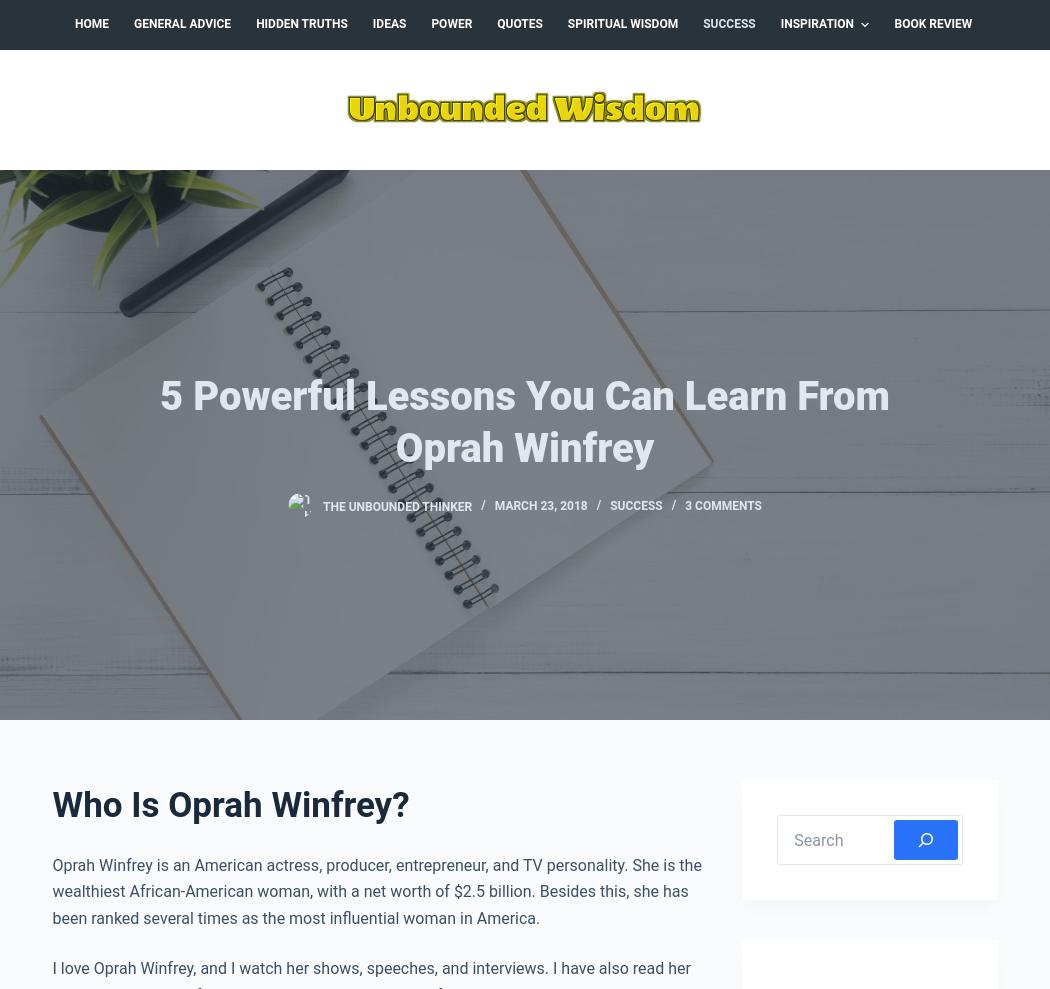 This screenshot has width=1050, height=989. I want to click on 'Samantha', so click(185, 622).